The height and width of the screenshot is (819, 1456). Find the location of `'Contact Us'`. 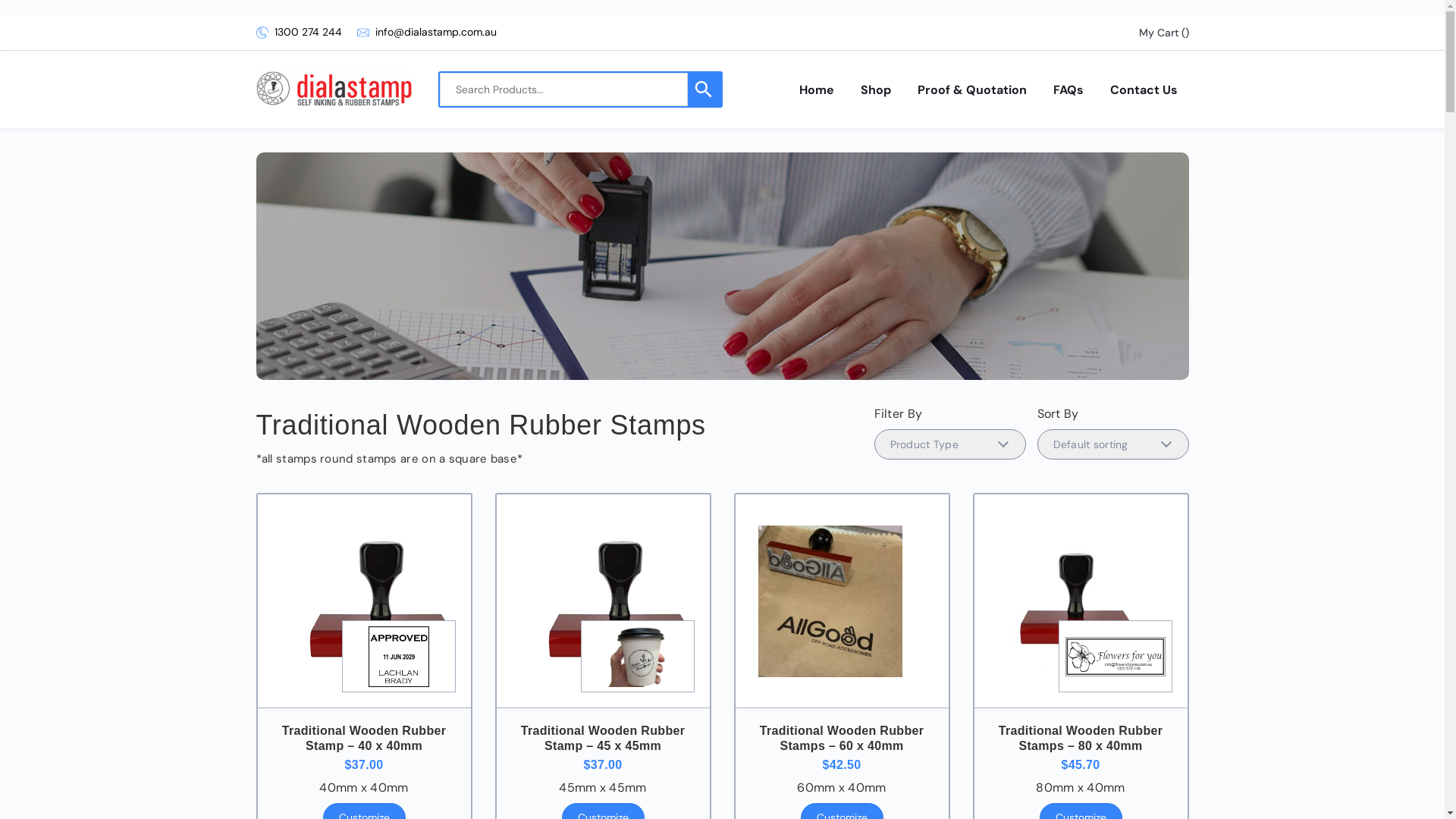

'Contact Us' is located at coordinates (1144, 89).